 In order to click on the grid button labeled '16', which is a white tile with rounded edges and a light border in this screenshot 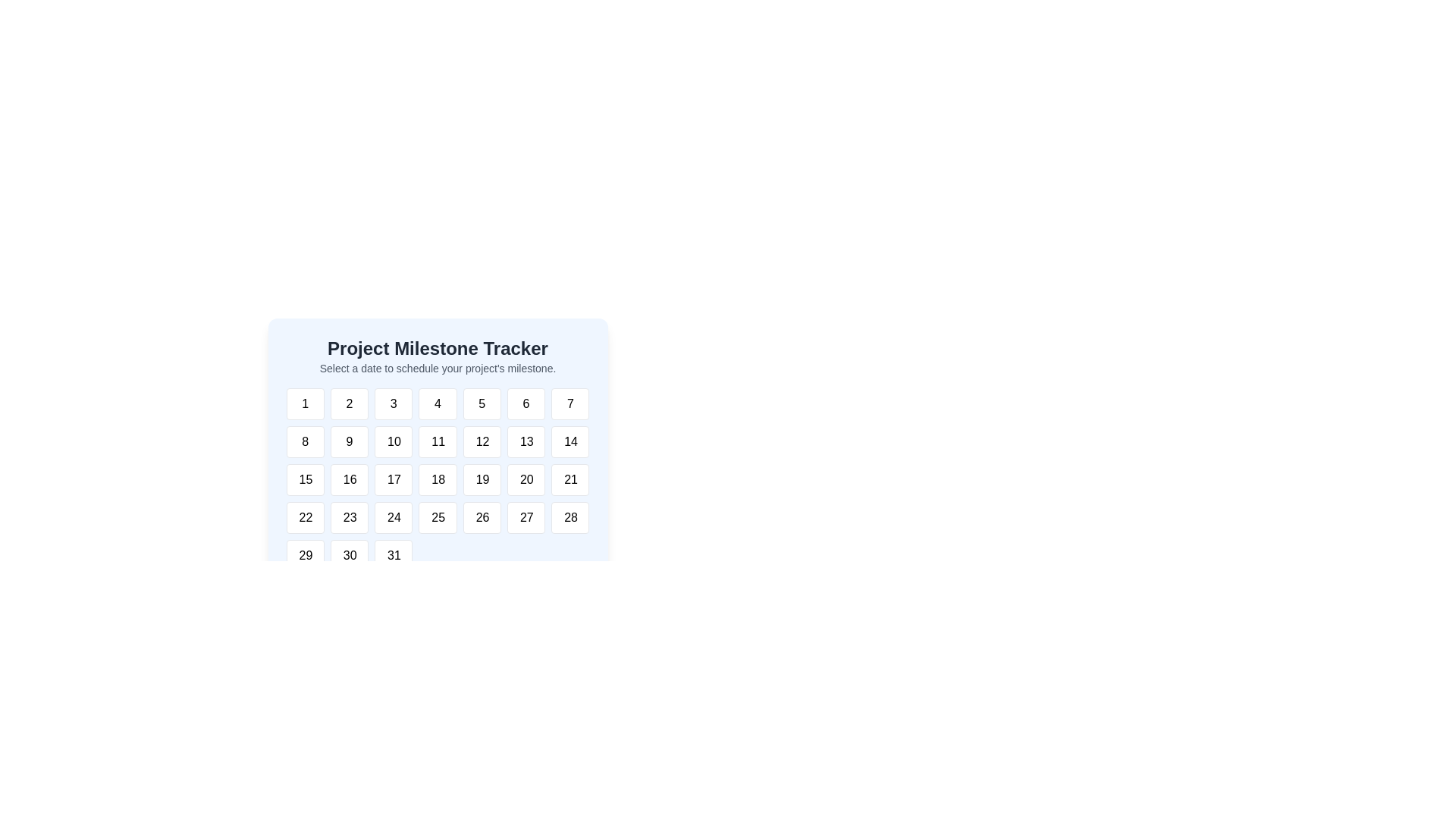, I will do `click(348, 479)`.